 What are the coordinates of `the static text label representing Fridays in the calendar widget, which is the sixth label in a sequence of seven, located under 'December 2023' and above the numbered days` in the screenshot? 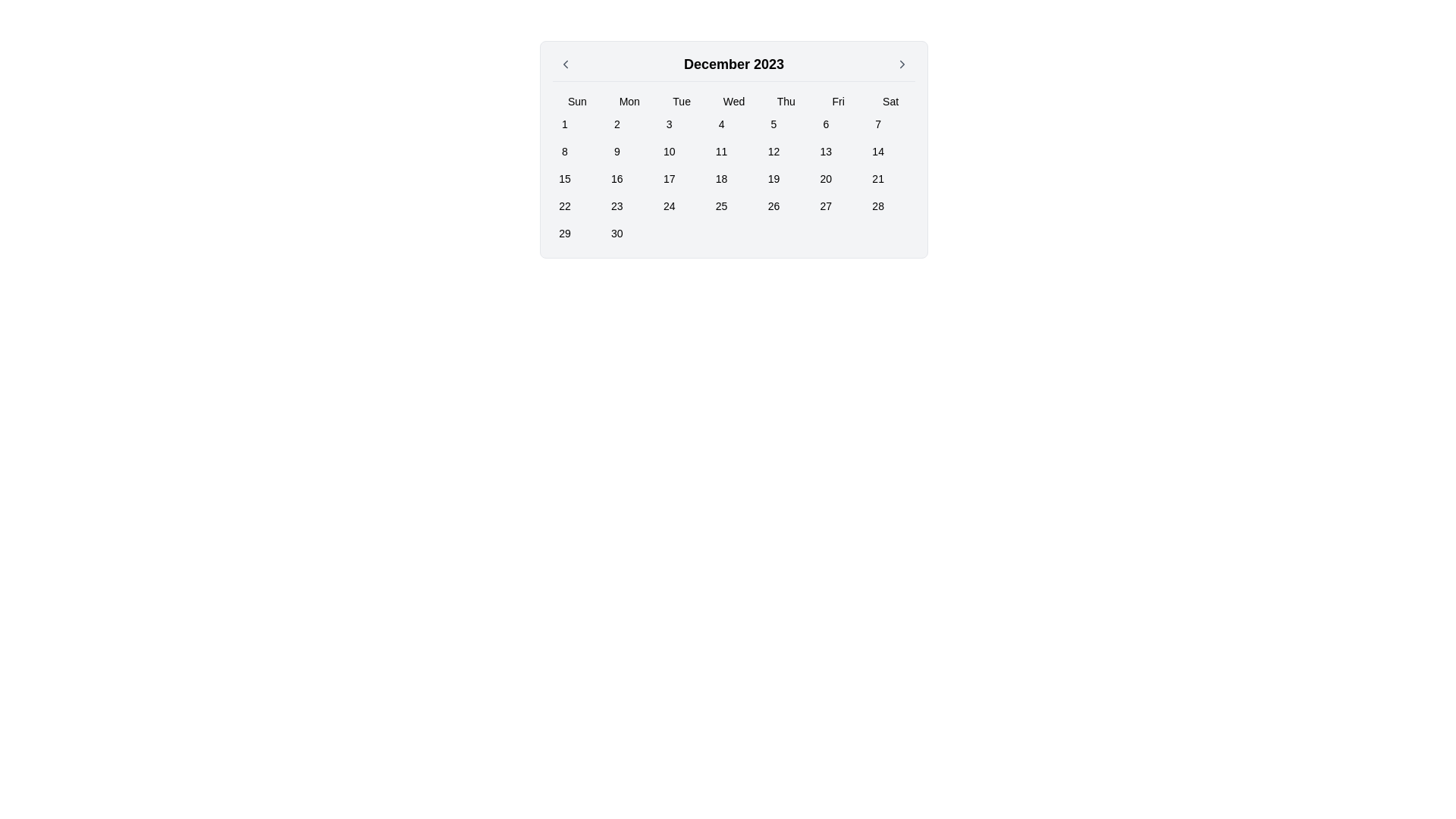 It's located at (837, 102).